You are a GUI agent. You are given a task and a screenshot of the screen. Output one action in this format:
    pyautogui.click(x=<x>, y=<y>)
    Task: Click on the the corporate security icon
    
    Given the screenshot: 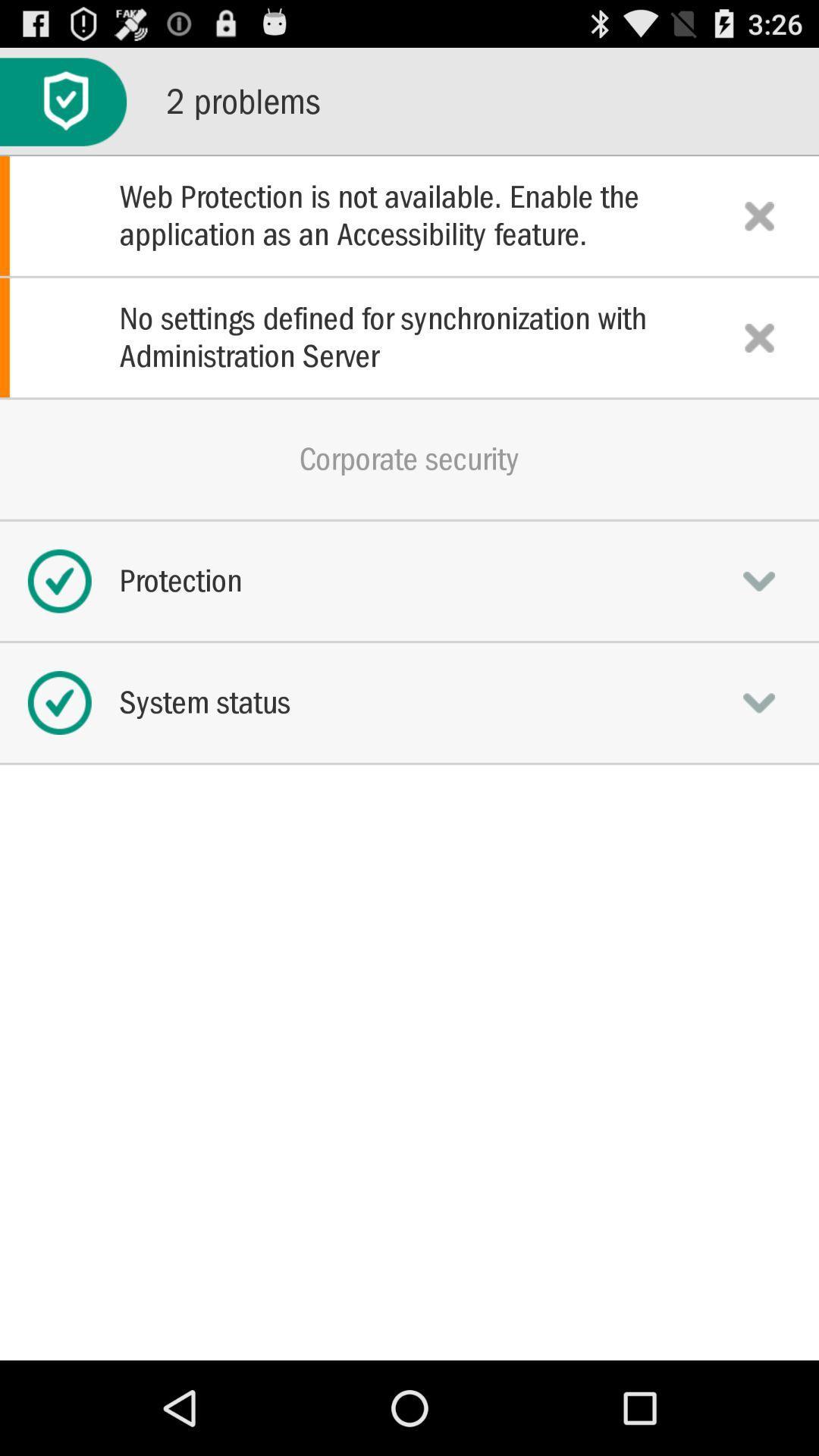 What is the action you would take?
    pyautogui.click(x=409, y=458)
    